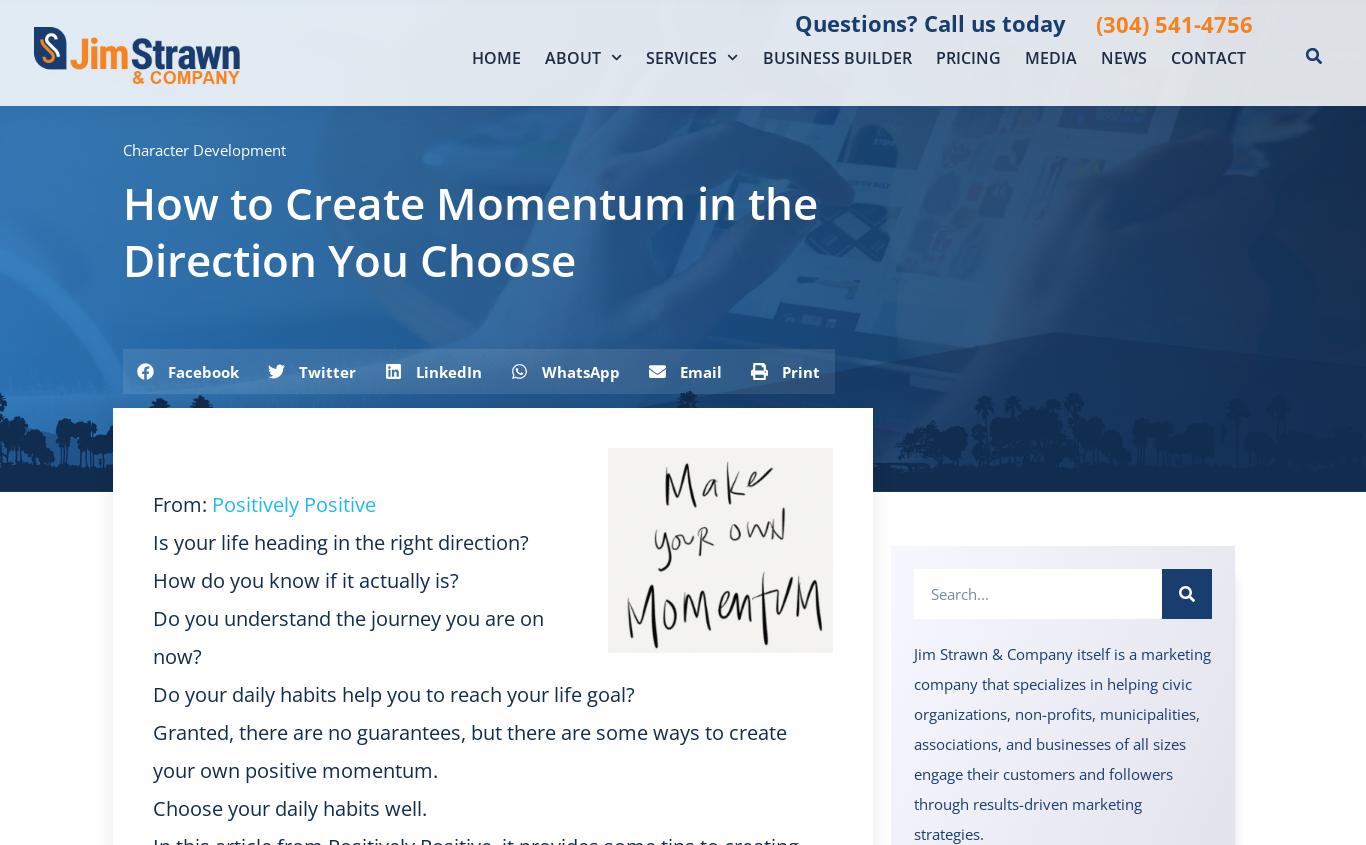  What do you see at coordinates (181, 504) in the screenshot?
I see `'From:'` at bounding box center [181, 504].